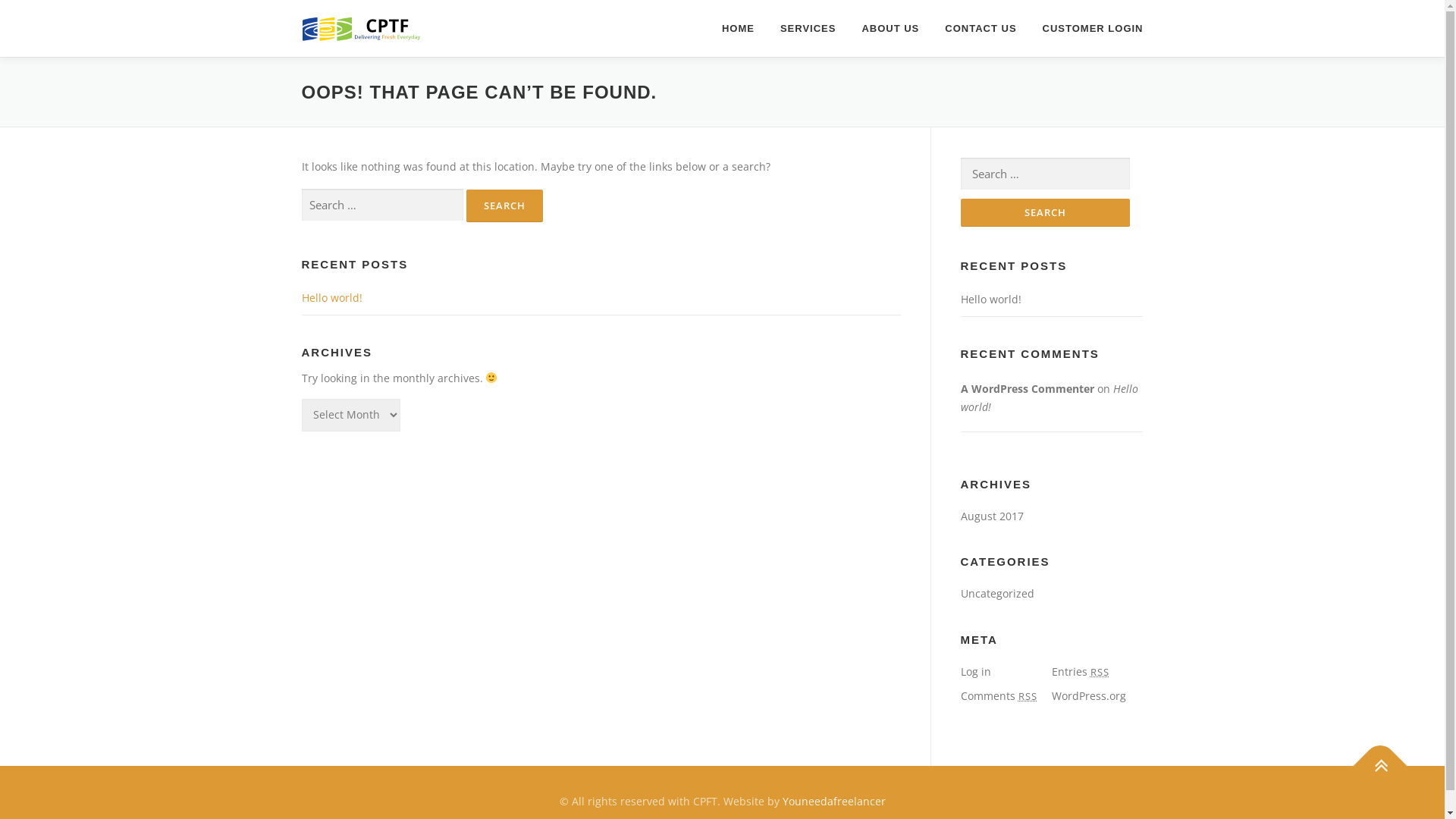 This screenshot has height=819, width=1456. I want to click on 'Back To Top', so click(1372, 758).